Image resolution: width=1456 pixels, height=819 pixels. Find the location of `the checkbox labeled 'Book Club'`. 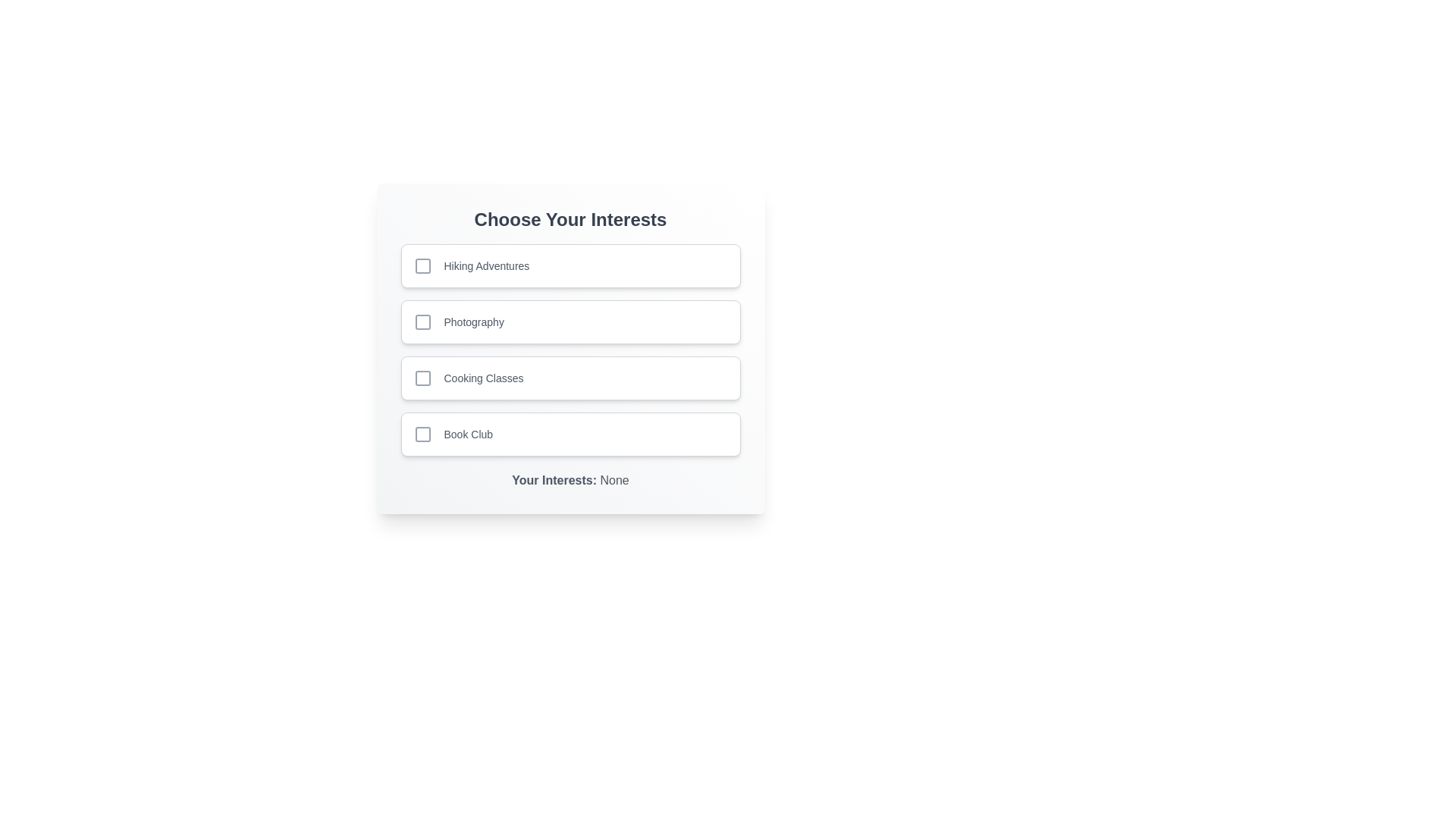

the checkbox labeled 'Book Club' is located at coordinates (570, 435).